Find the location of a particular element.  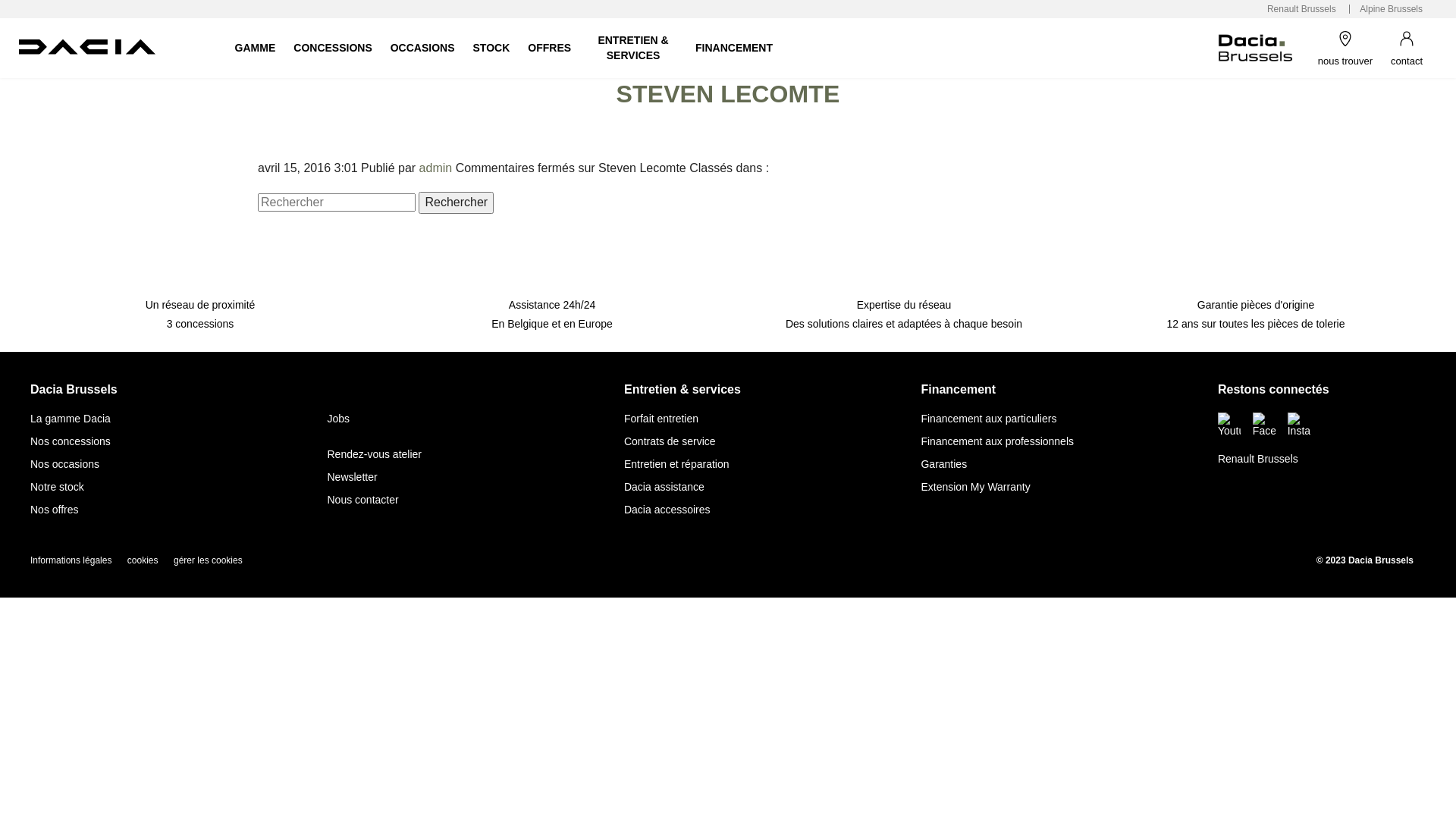

'OFFRES' is located at coordinates (548, 46).